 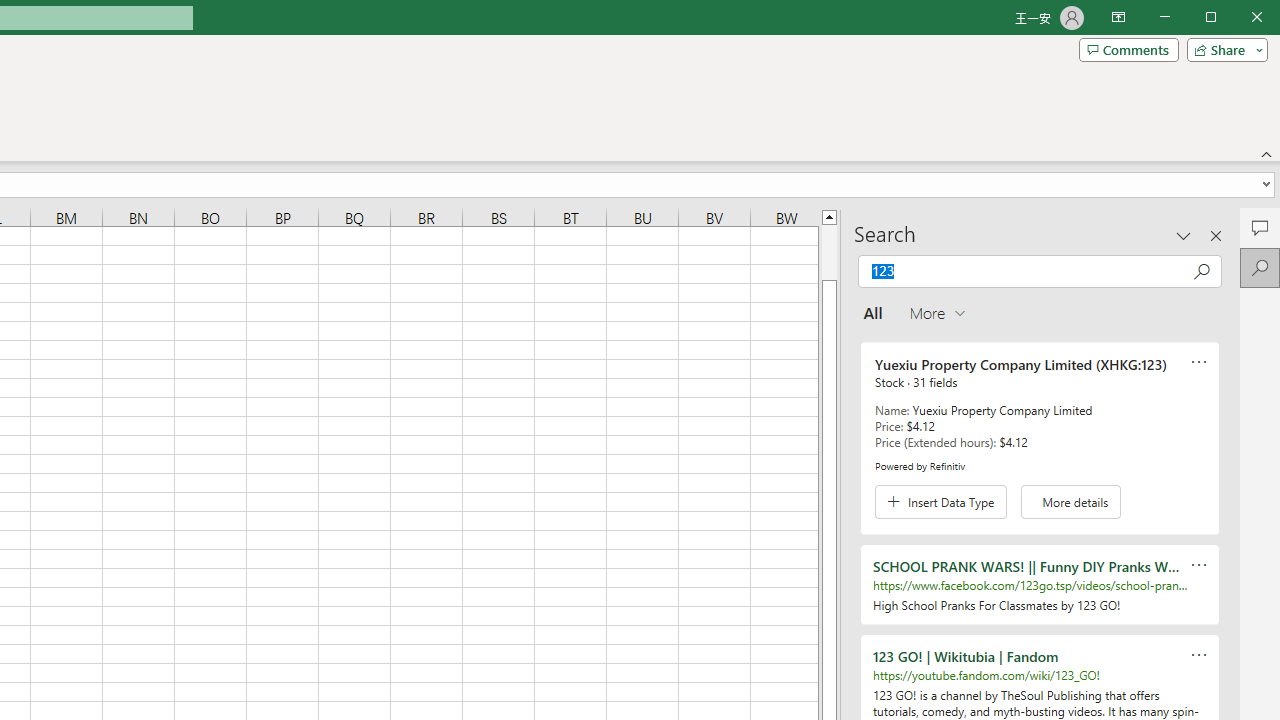 What do you see at coordinates (1184, 234) in the screenshot?
I see `'Task Pane Options'` at bounding box center [1184, 234].